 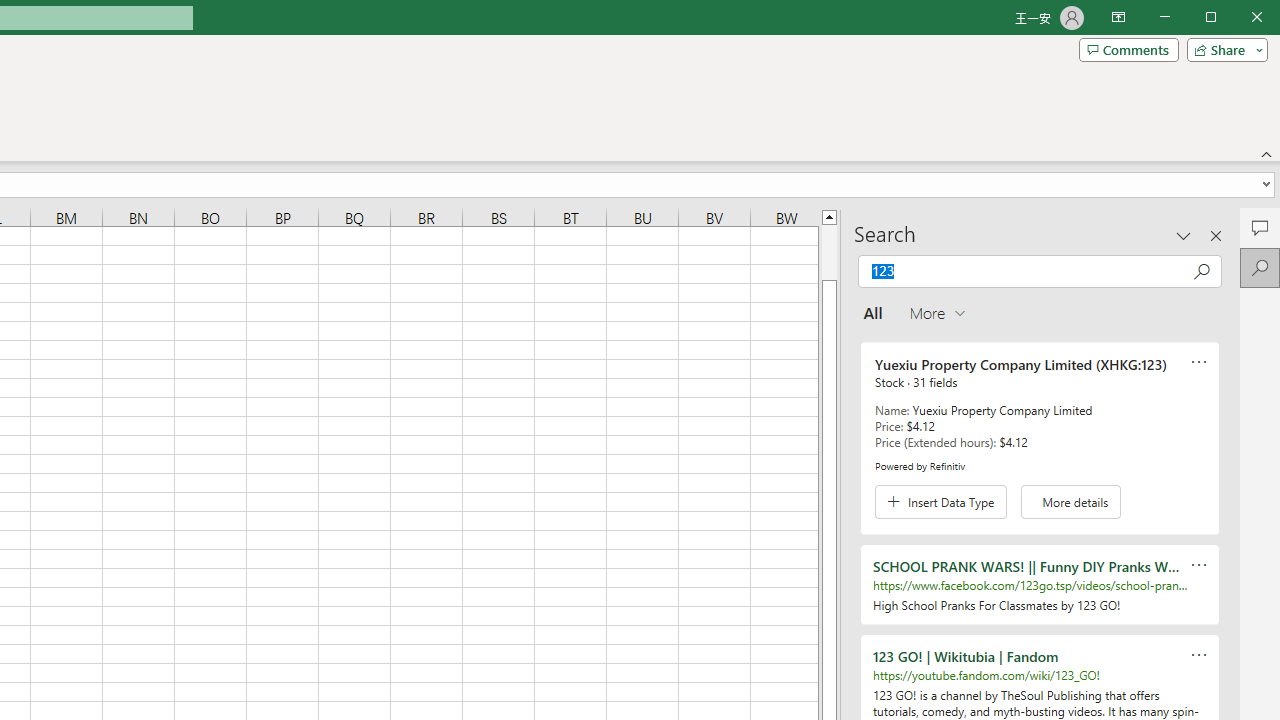 What do you see at coordinates (1184, 234) in the screenshot?
I see `'Task Pane Options'` at bounding box center [1184, 234].